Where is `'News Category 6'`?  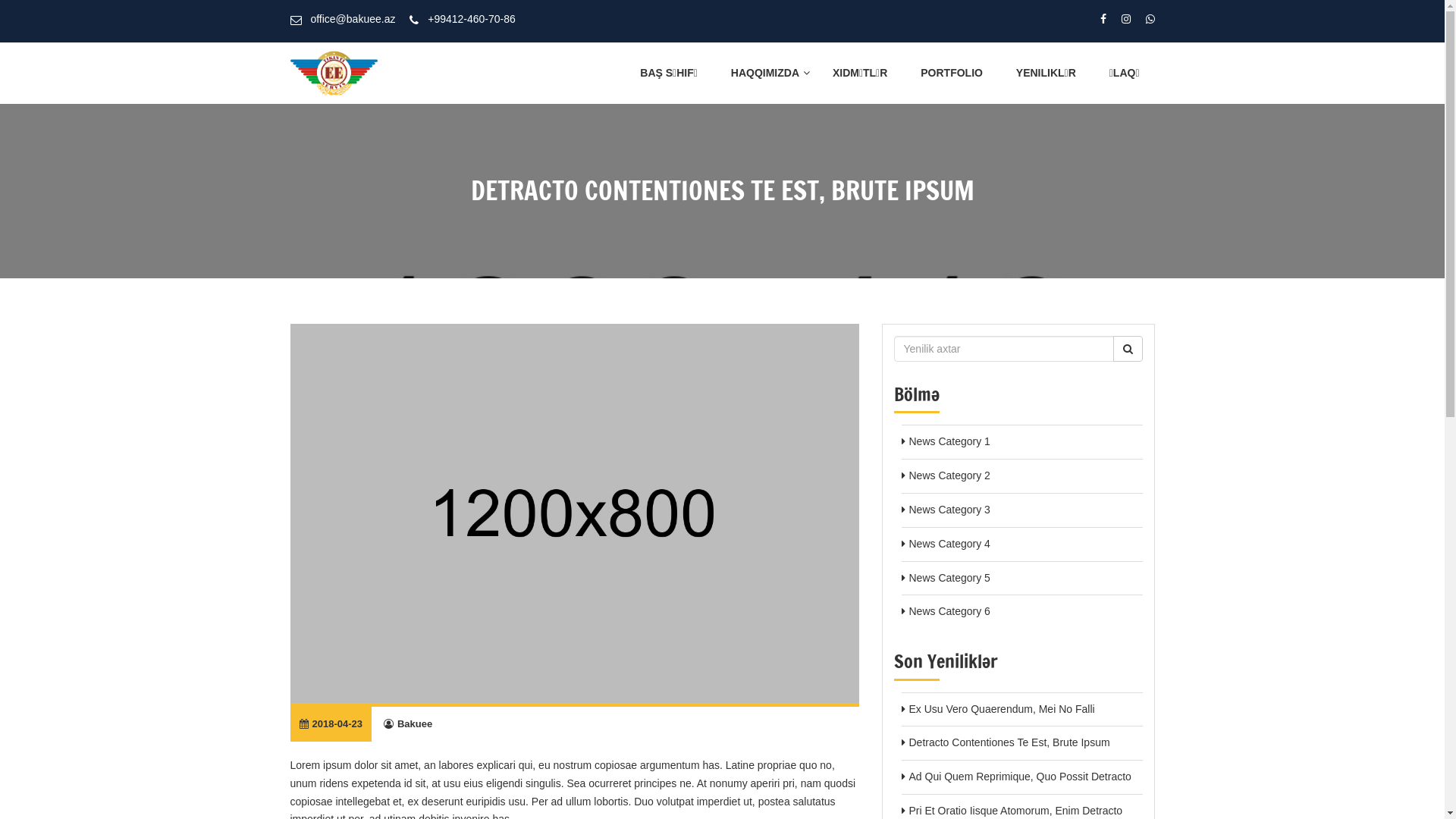
'News Category 6' is located at coordinates (948, 610).